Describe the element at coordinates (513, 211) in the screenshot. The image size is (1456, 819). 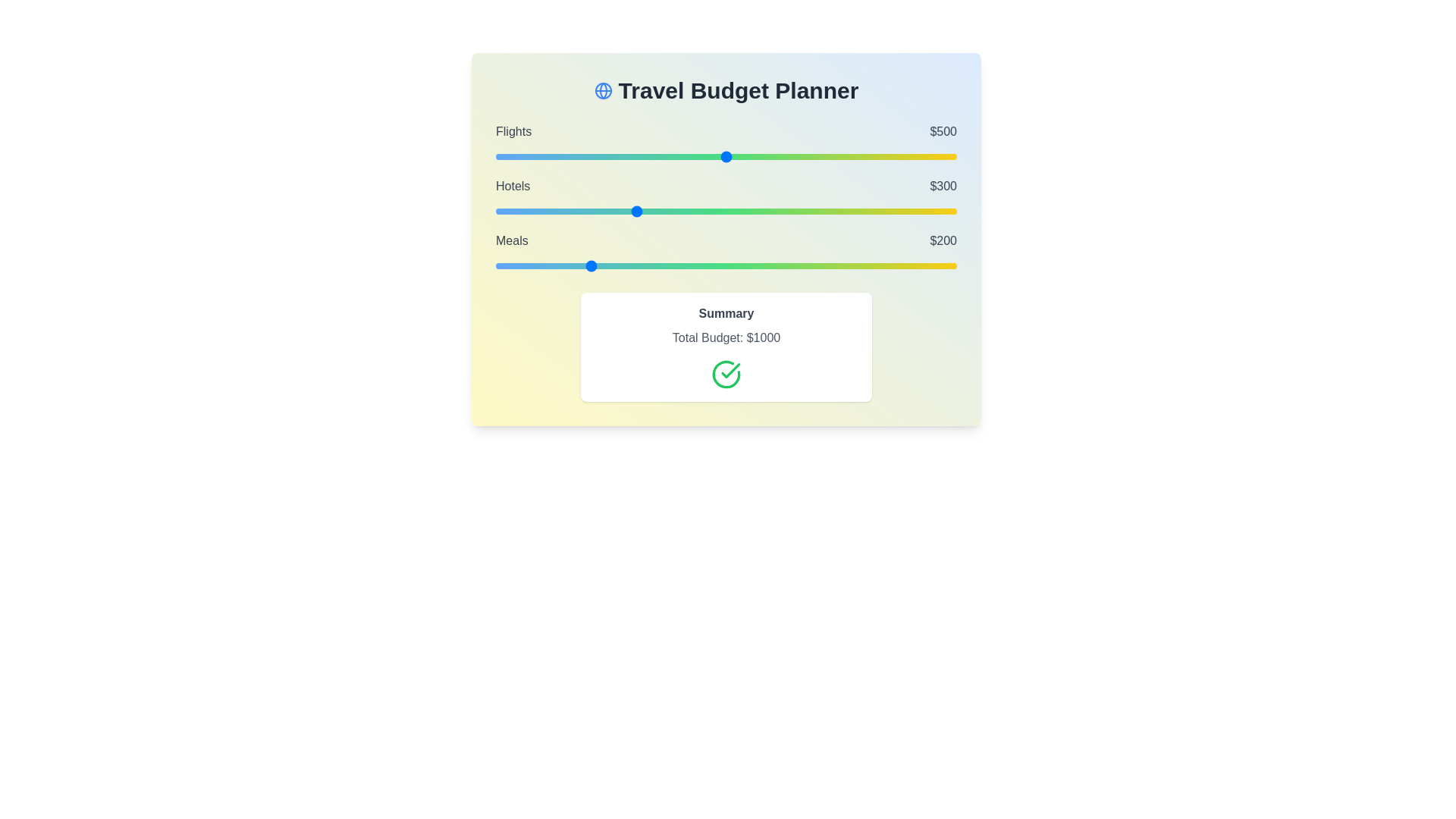
I see `the 'Hotels' slider to 38` at that location.